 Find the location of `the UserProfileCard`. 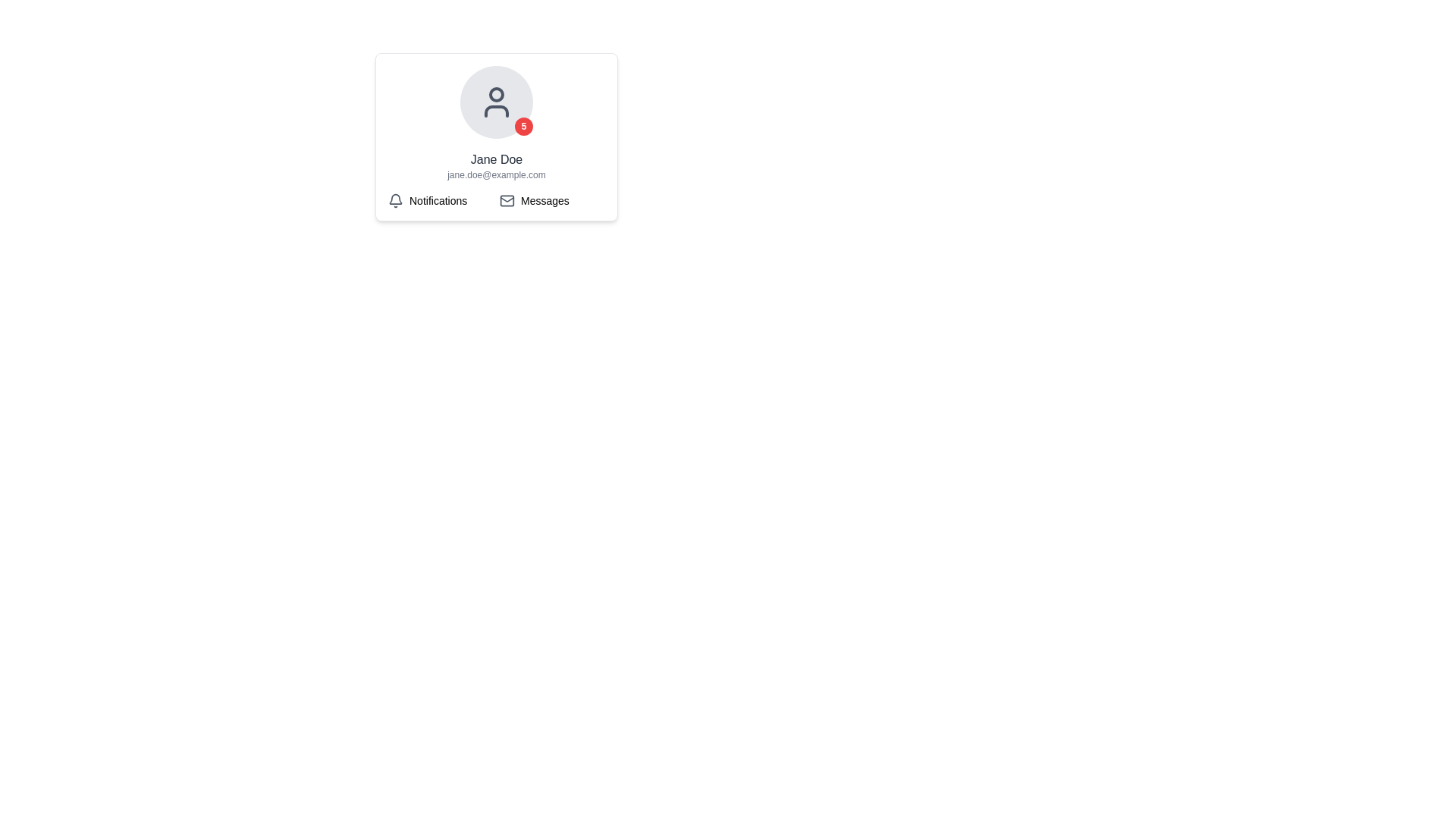

the UserProfileCard is located at coordinates (496, 137).